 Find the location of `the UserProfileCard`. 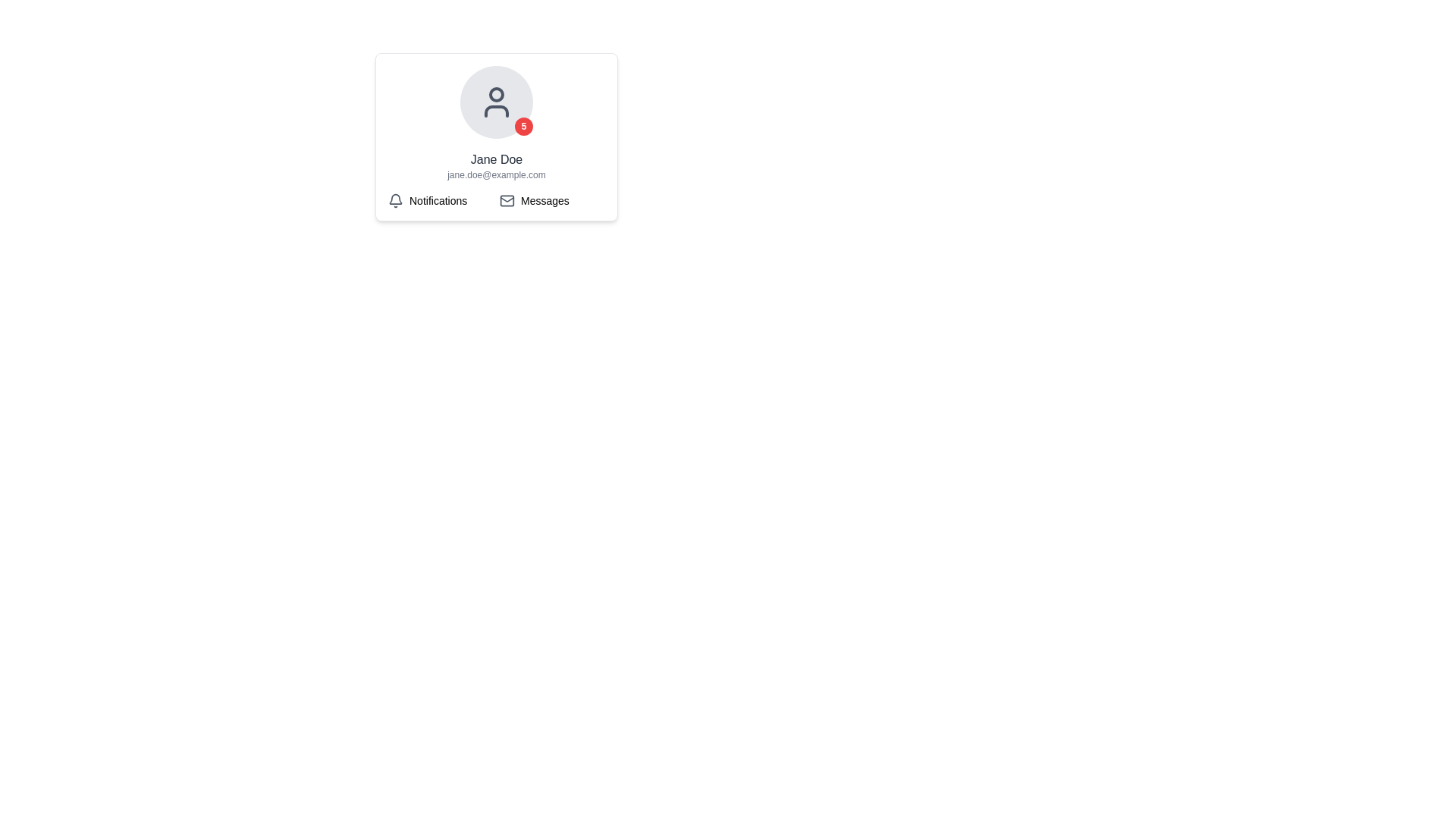

the UserProfileCard is located at coordinates (496, 137).